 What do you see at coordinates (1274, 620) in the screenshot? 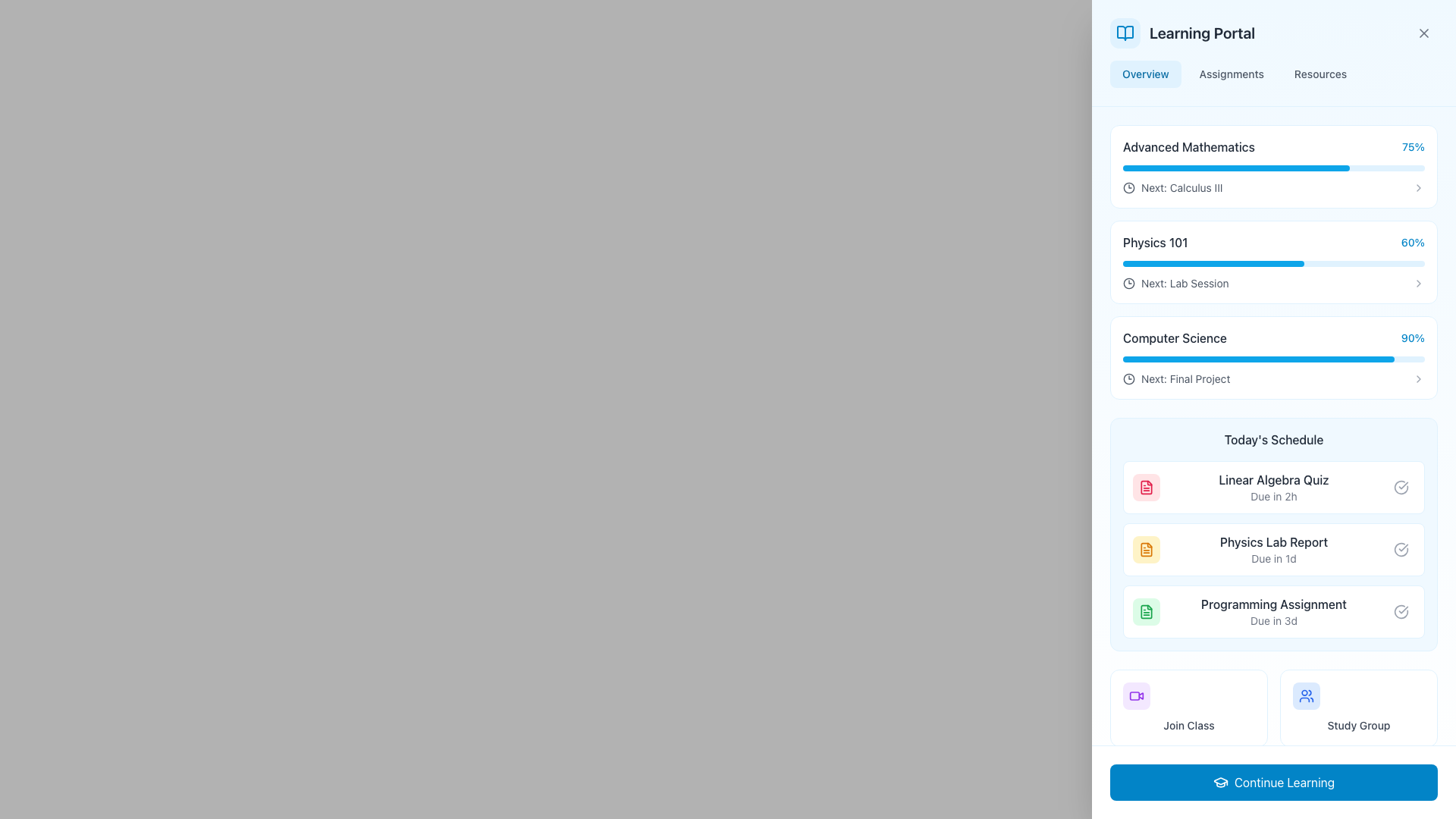
I see `the informational text label that displays the remaining time for the 'Programming Assignment', located below its title in the 'Today's Schedule' section` at bounding box center [1274, 620].